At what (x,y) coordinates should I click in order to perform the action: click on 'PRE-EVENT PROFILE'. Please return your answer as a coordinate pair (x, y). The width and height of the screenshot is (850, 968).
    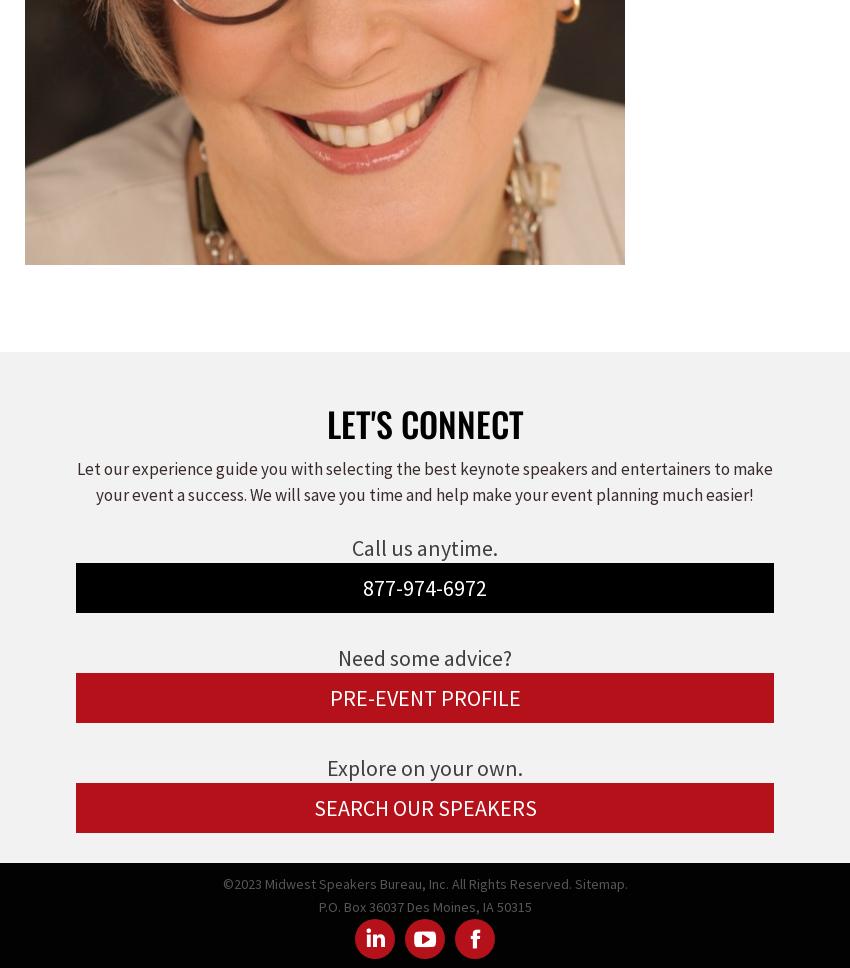
    Looking at the image, I should click on (424, 697).